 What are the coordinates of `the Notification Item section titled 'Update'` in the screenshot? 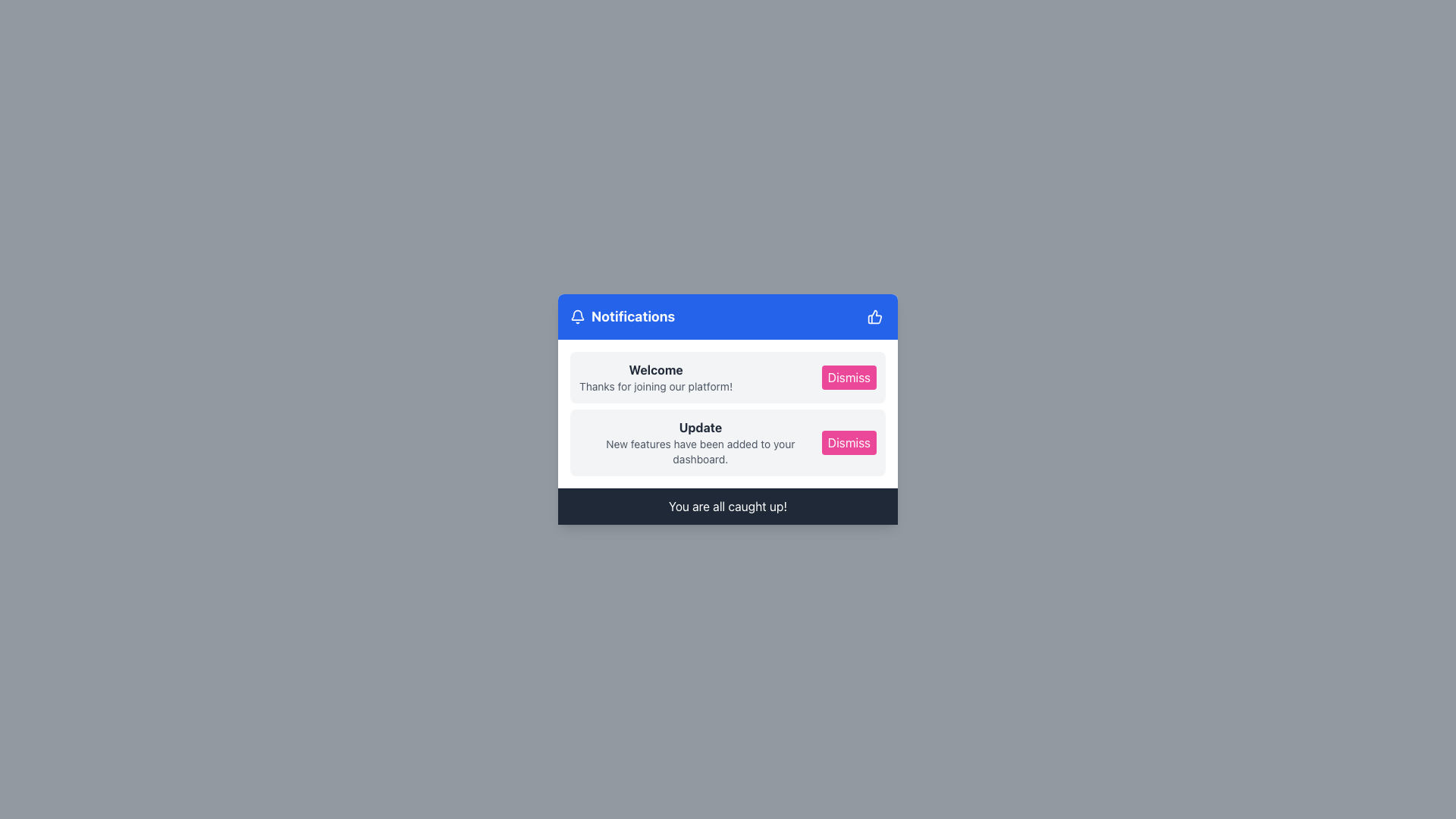 It's located at (728, 414).